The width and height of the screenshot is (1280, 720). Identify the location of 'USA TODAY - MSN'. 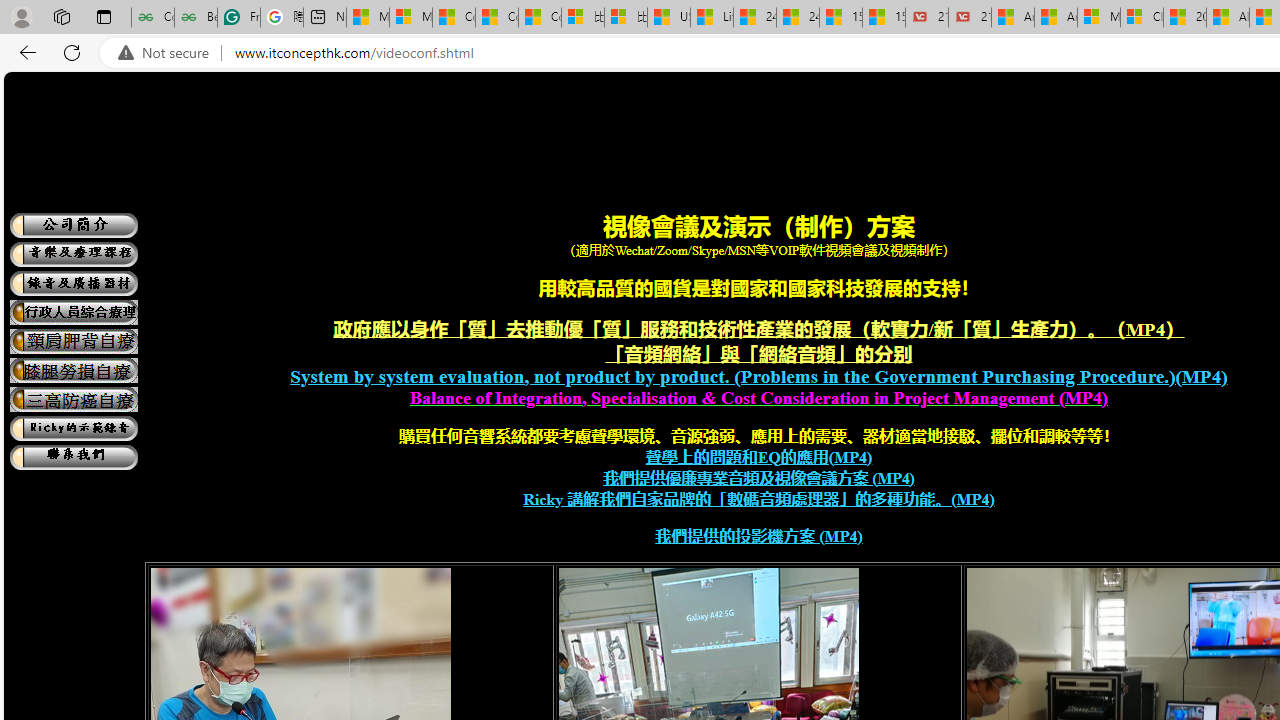
(668, 17).